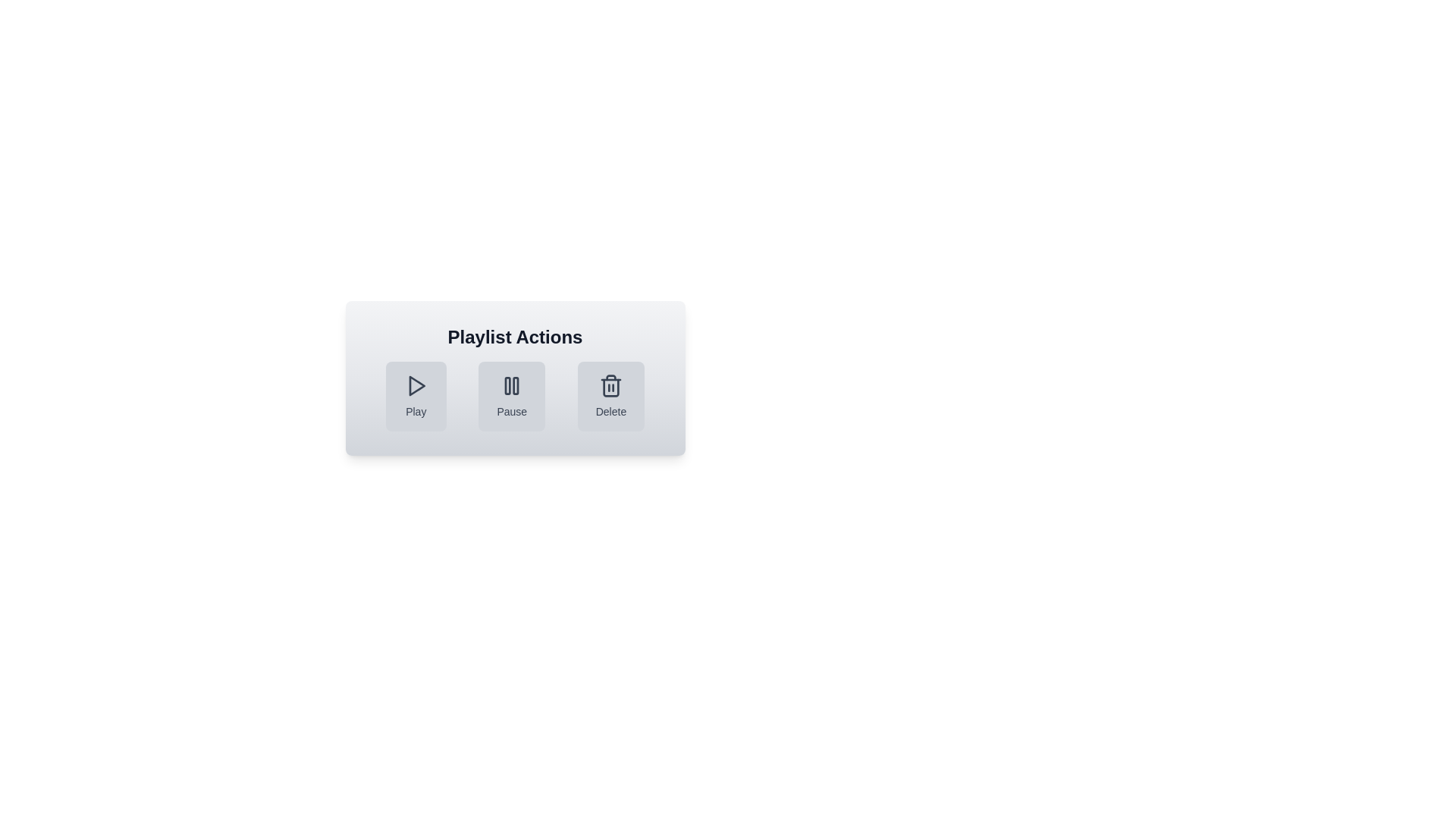 This screenshot has width=1456, height=819. Describe the element at coordinates (611, 396) in the screenshot. I see `the Delete button to perform the corresponding action` at that location.